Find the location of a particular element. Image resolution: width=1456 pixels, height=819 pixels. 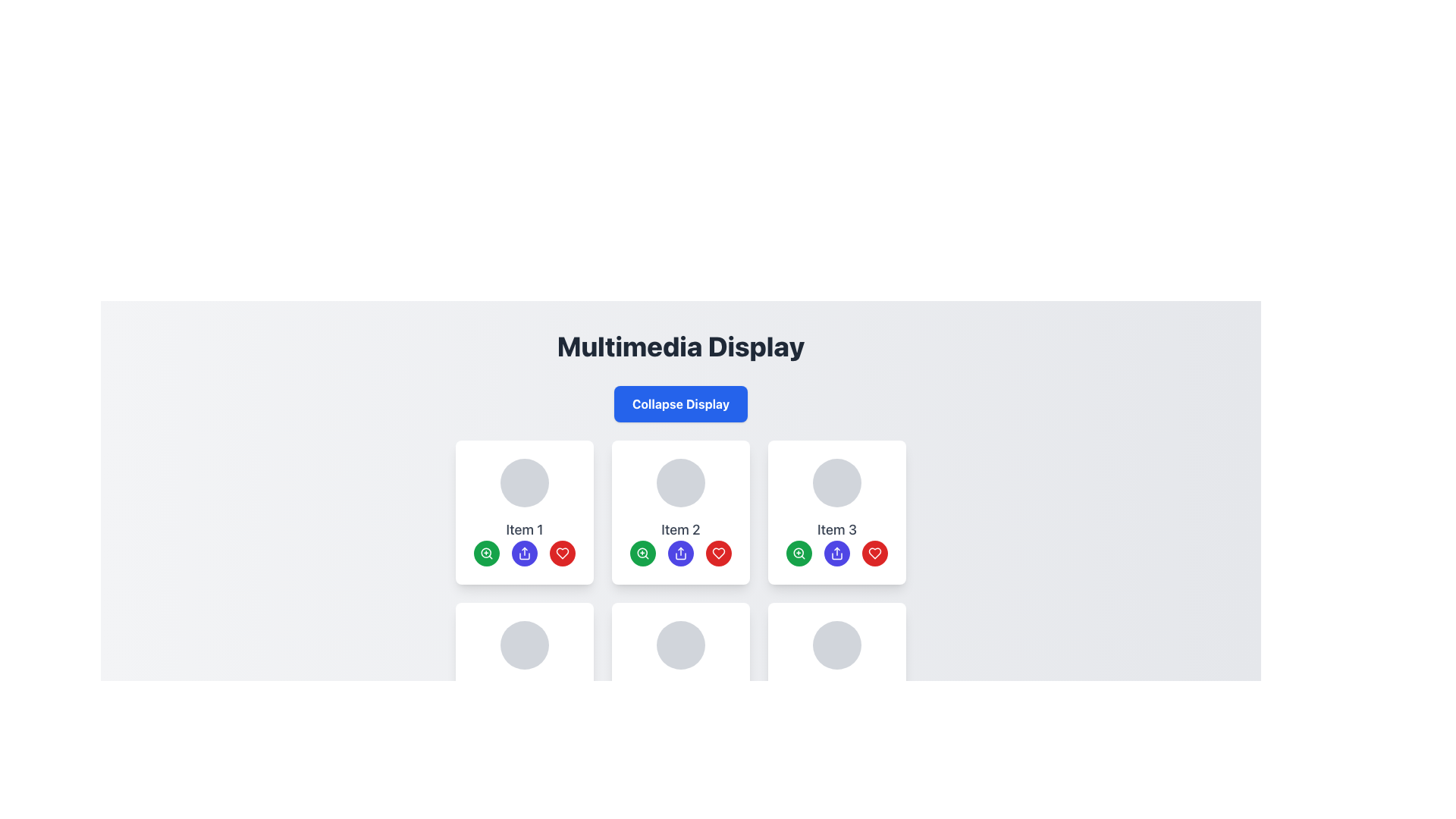

the Card component that contains an image placeholder, text 'Item 4', located at the bottom-left corner of the grid structure, which is the first element in the second row is located at coordinates (524, 674).